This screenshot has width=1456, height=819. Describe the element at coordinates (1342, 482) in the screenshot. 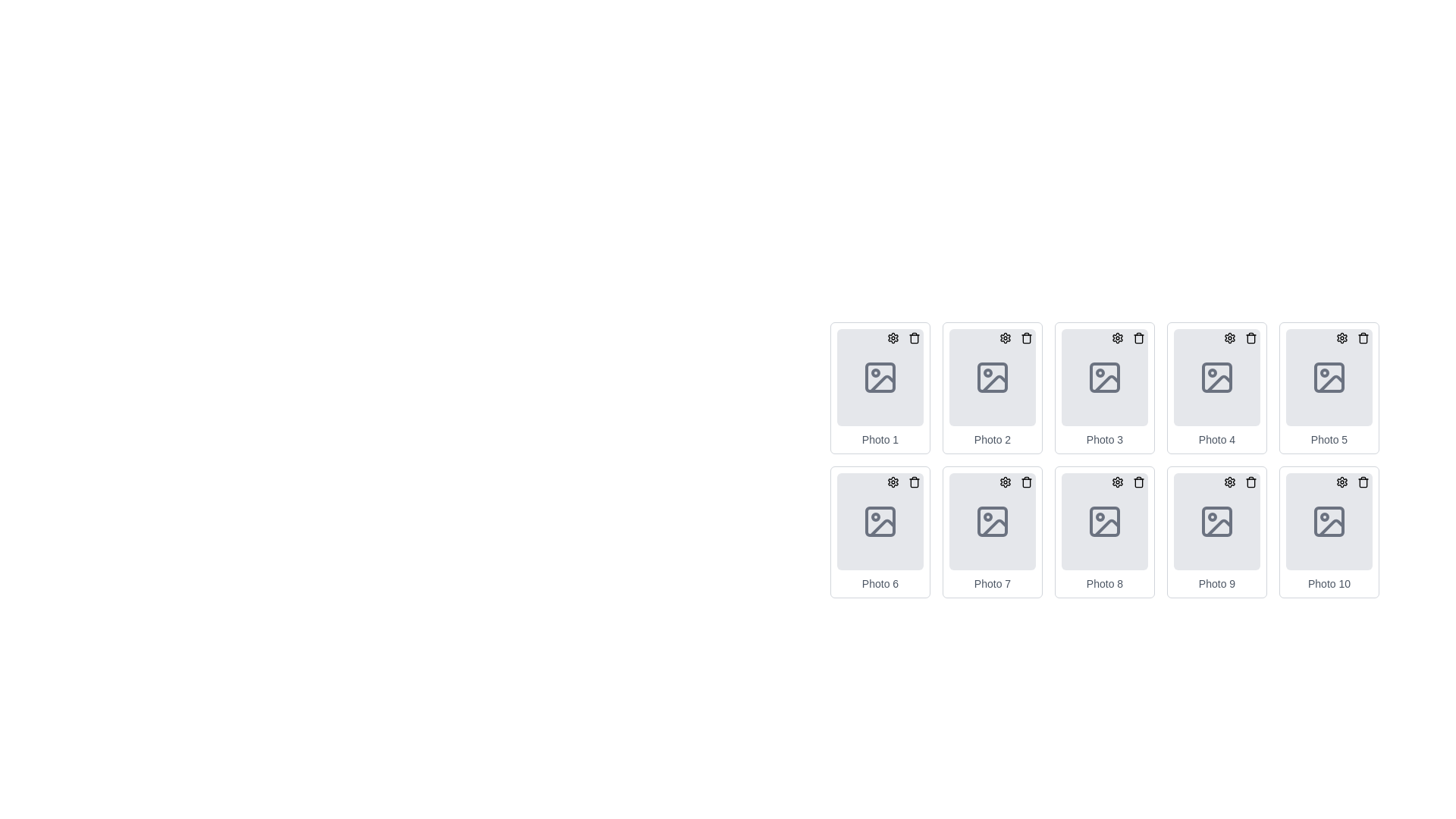

I see `the gear button located at the top-right corner of the card labeled 'Photo 10'` at that location.